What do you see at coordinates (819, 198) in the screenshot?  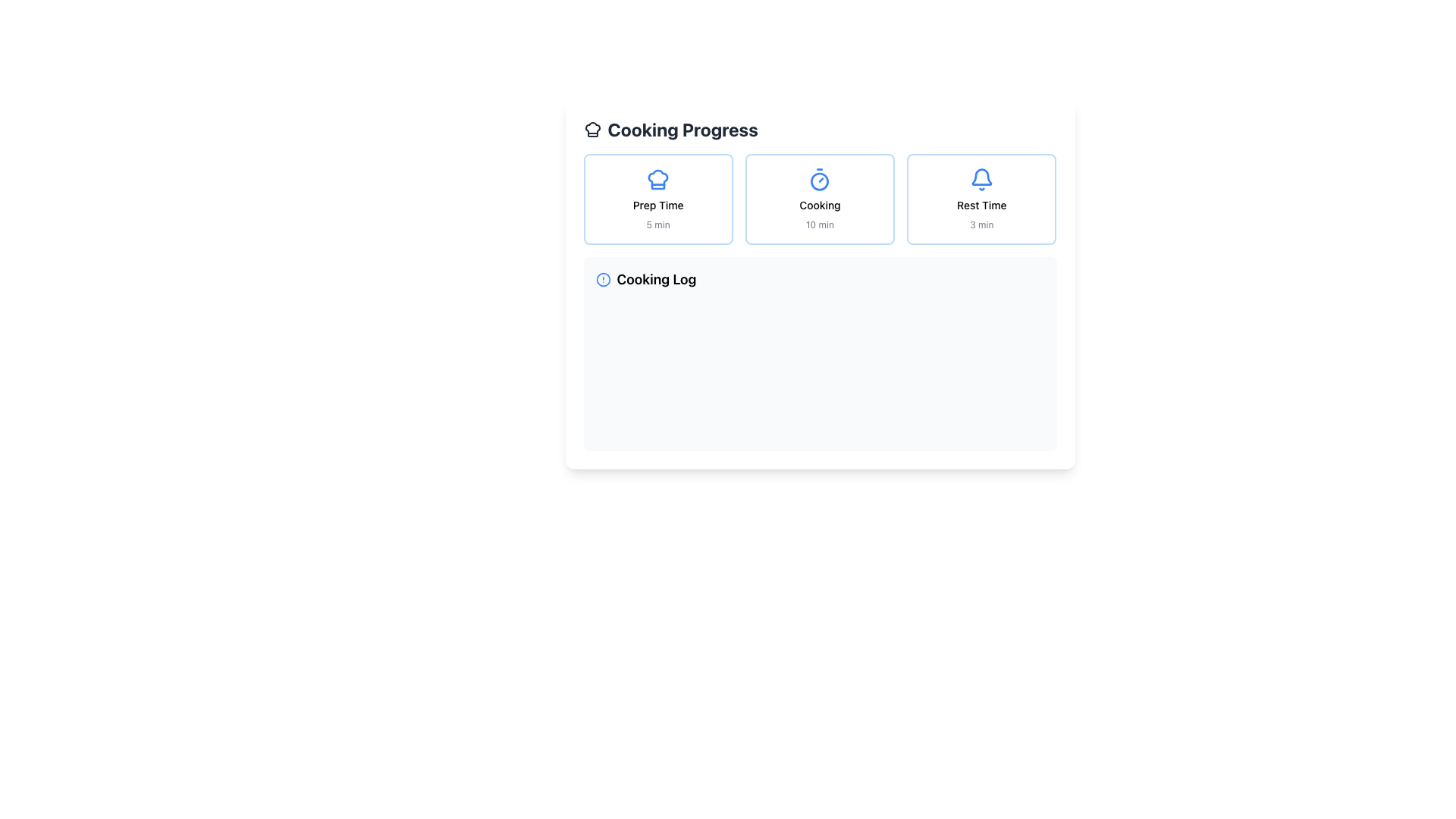 I see `information provided on the 'Cooking' informative card, which indicates a duration of 10 minutes, positioned as the second card in a horizontal layout between 'Prep Time - 5 min' and 'Rest Time - 3 min'` at bounding box center [819, 198].